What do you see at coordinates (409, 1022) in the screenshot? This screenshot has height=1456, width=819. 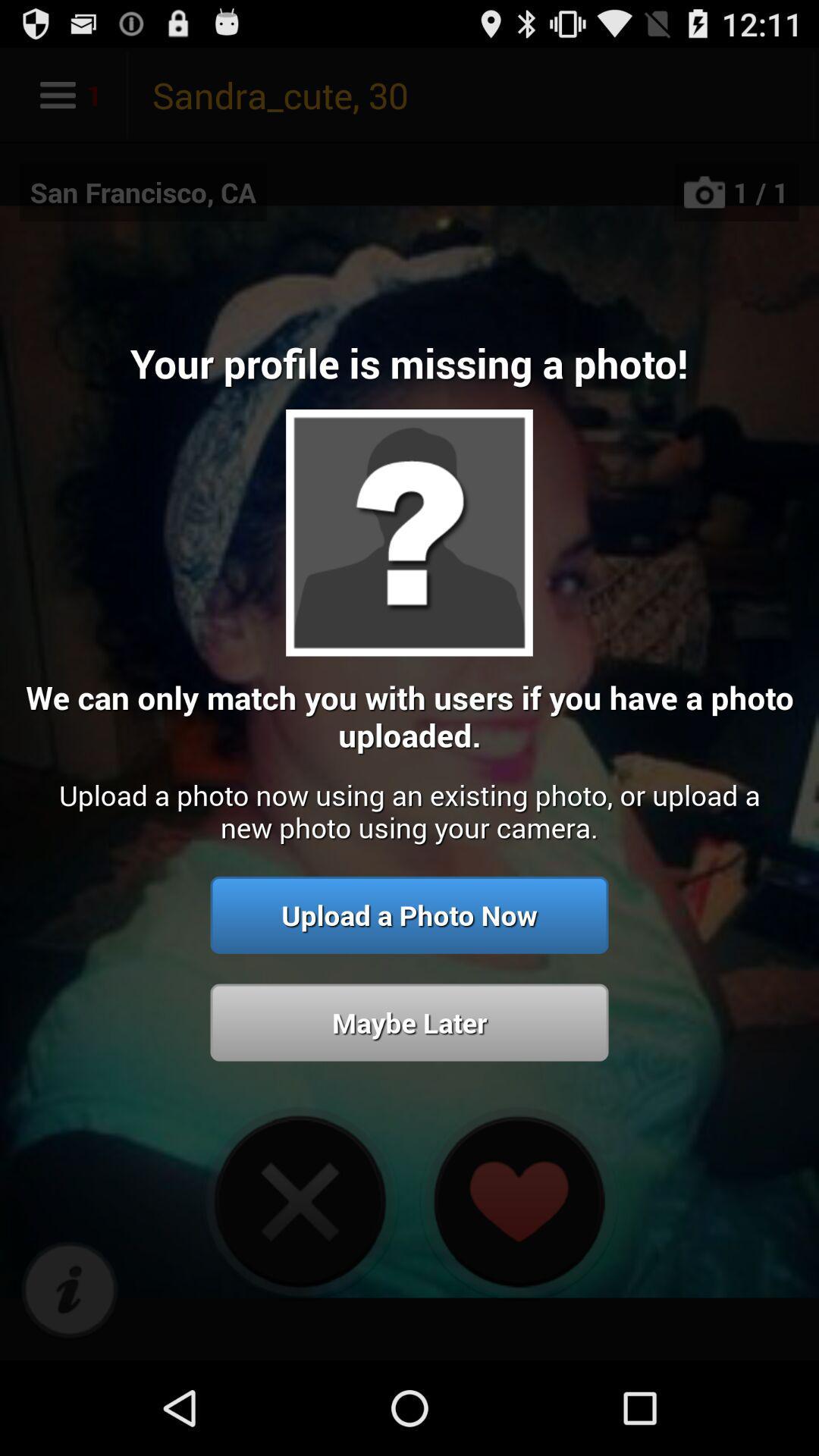 I see `item below the upload a photo` at bounding box center [409, 1022].